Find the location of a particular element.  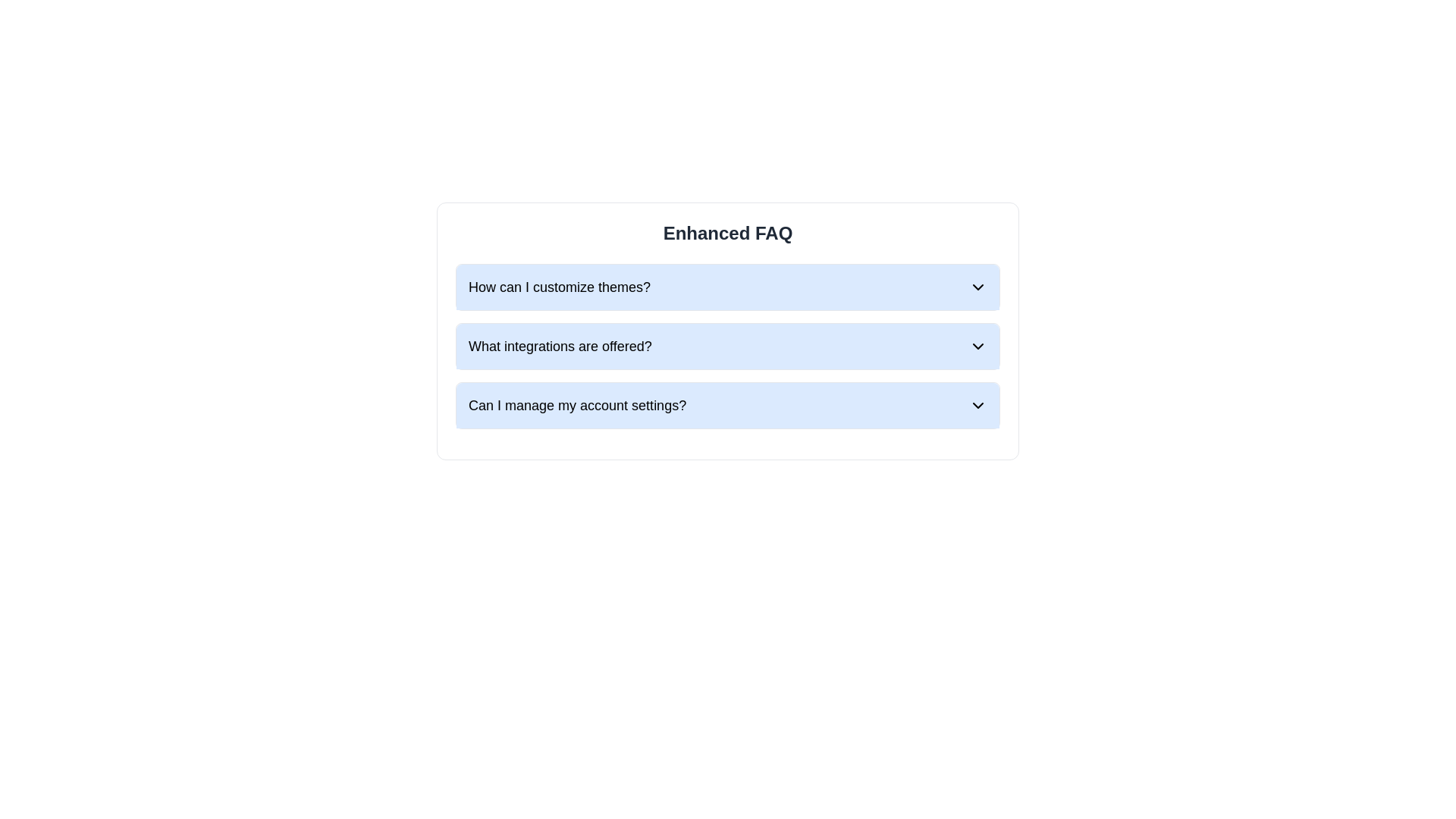

the bold text 'What integrations are offered?' located in the FAQ section, which is displayed in a blue rectangular block is located at coordinates (559, 346).